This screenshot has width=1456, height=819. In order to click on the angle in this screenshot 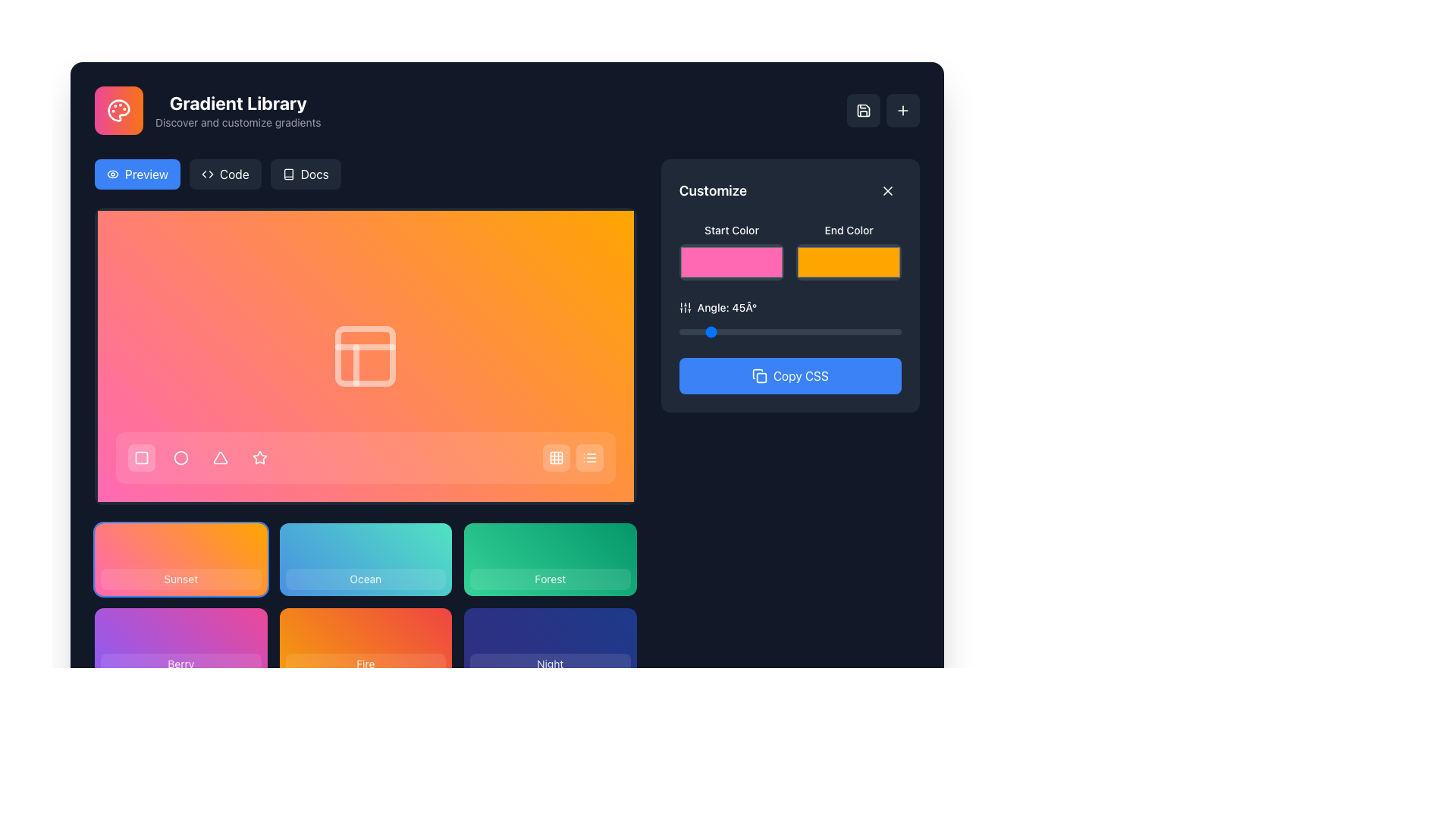, I will do `click(821, 331)`.